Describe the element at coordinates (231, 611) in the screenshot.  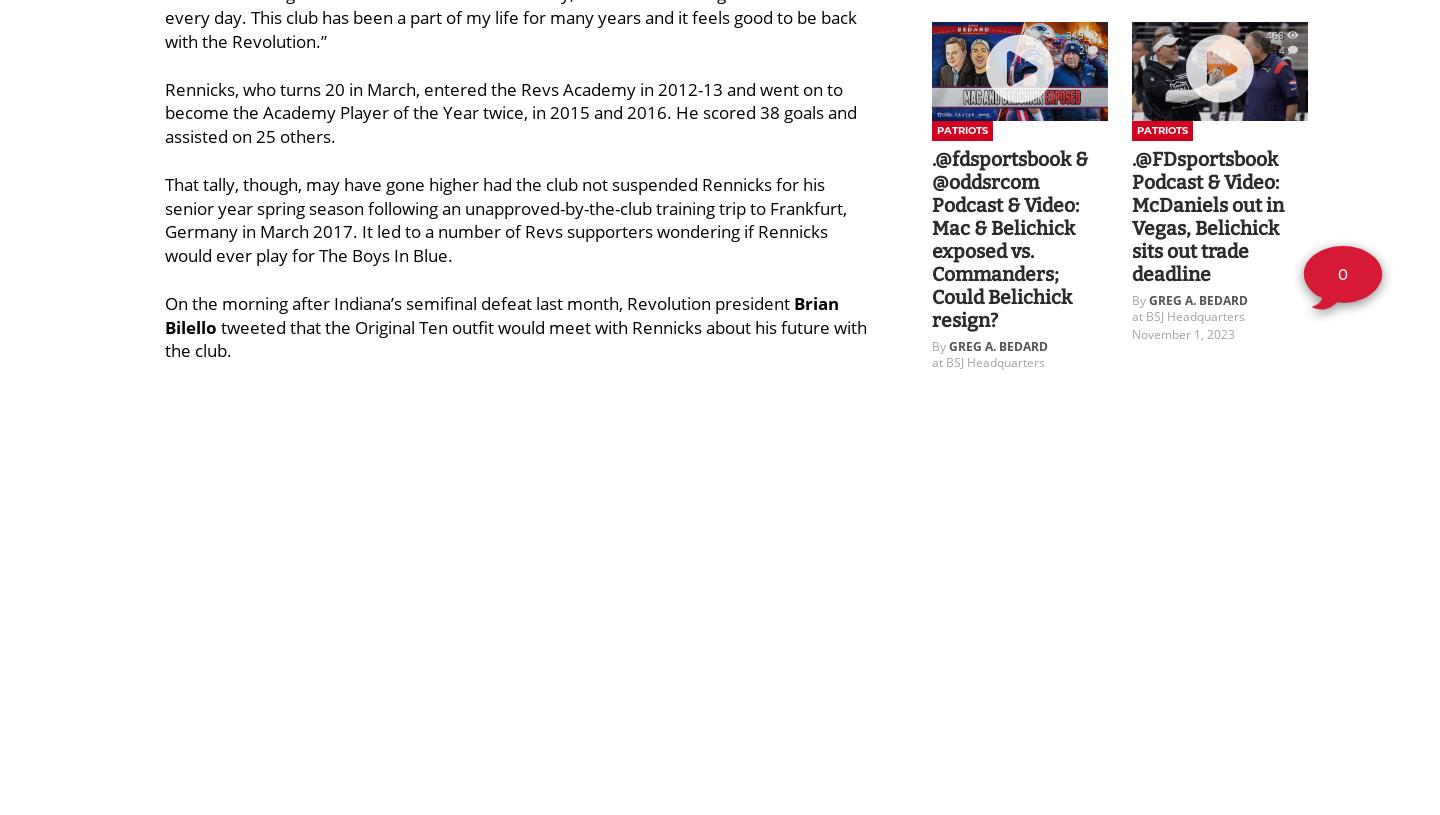
I see `'on loan, turning'` at that location.